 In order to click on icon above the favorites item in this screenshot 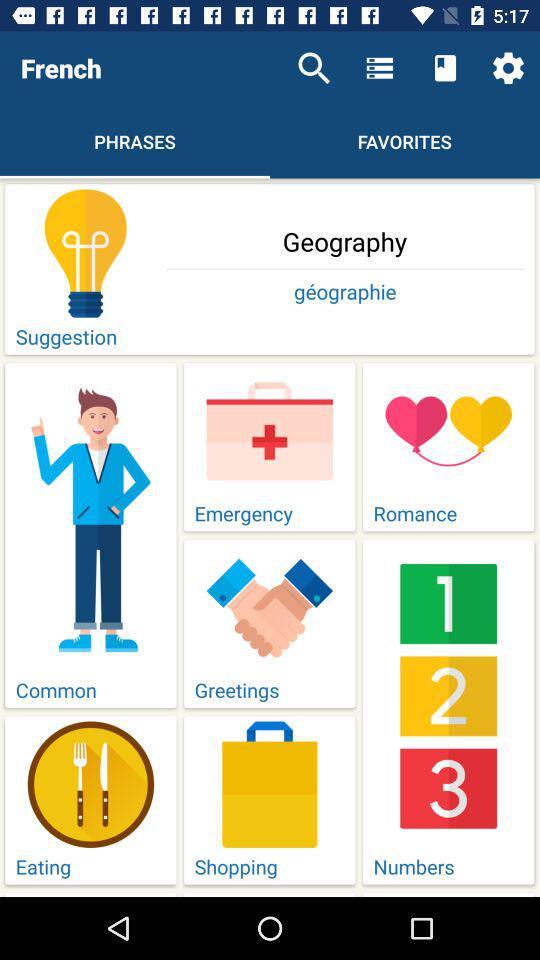, I will do `click(379, 68)`.